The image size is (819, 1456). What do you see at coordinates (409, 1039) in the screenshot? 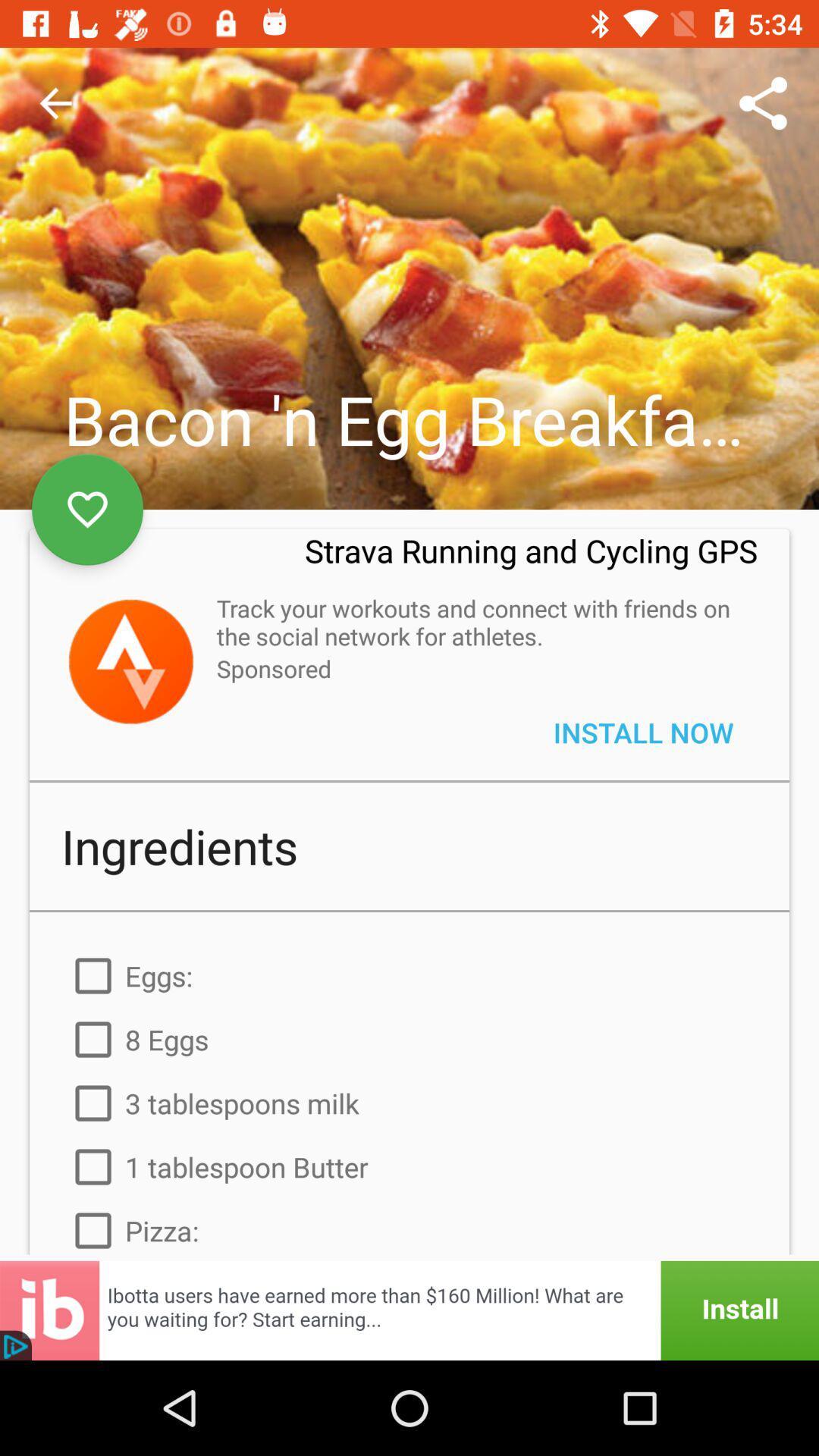
I see `icon above the 3 tablespoons milk icon` at bounding box center [409, 1039].